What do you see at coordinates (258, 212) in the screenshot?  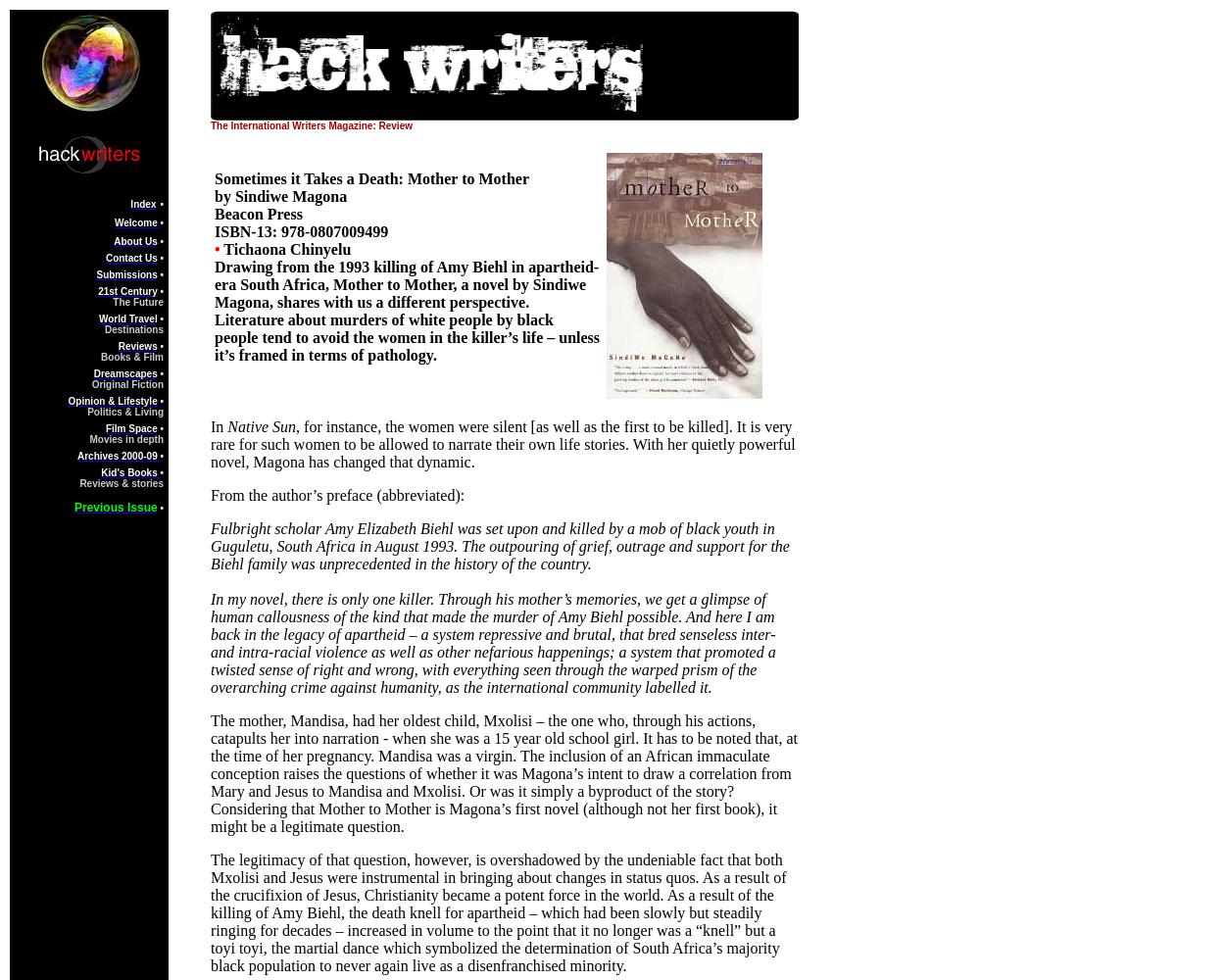 I see `'Beacon Press'` at bounding box center [258, 212].